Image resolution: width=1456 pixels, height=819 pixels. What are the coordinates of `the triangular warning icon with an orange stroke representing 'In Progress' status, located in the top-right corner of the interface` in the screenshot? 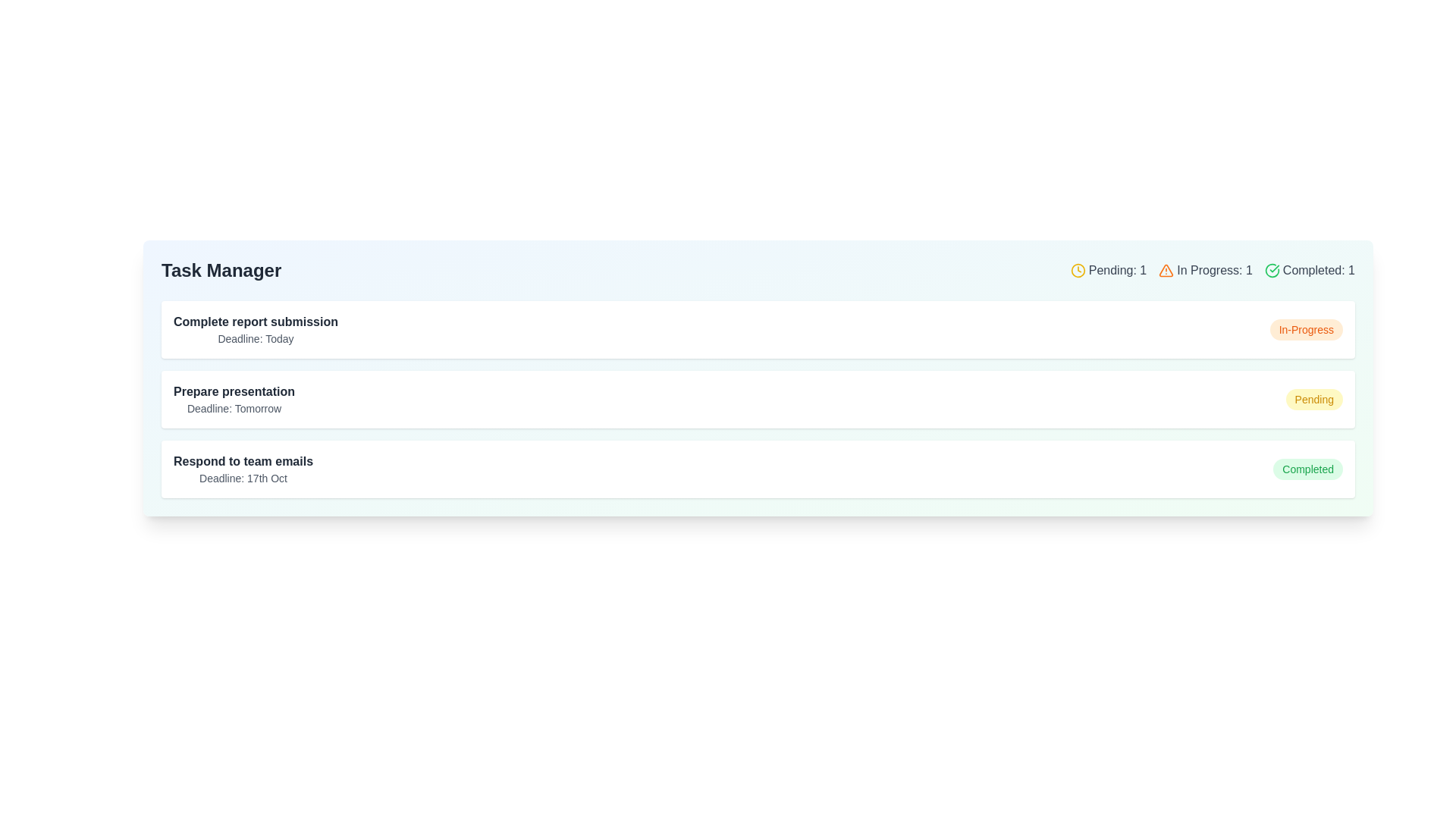 It's located at (1166, 269).